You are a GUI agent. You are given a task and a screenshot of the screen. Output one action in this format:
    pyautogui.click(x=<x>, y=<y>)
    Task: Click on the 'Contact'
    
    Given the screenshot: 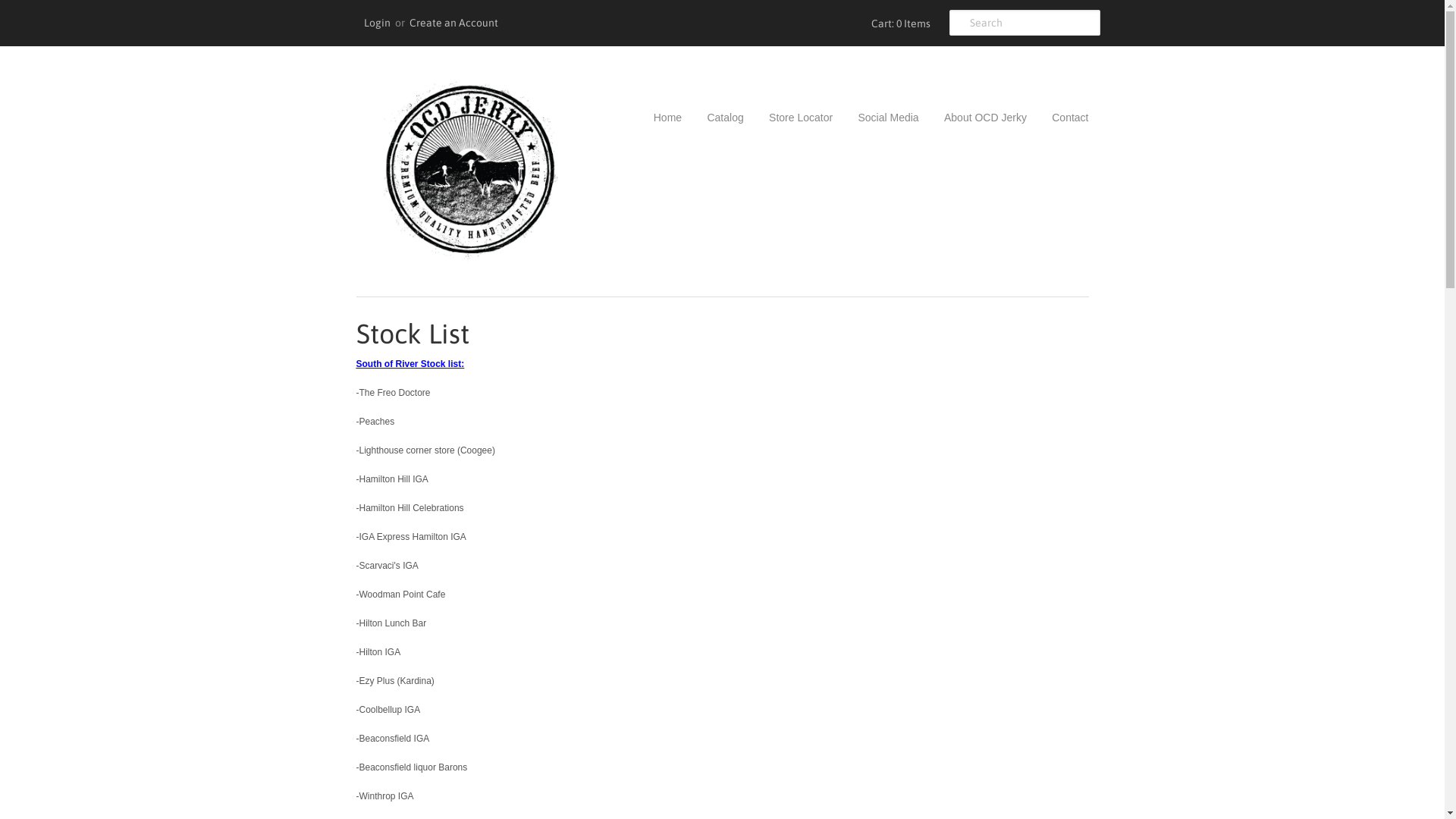 What is the action you would take?
    pyautogui.click(x=1029, y=116)
    